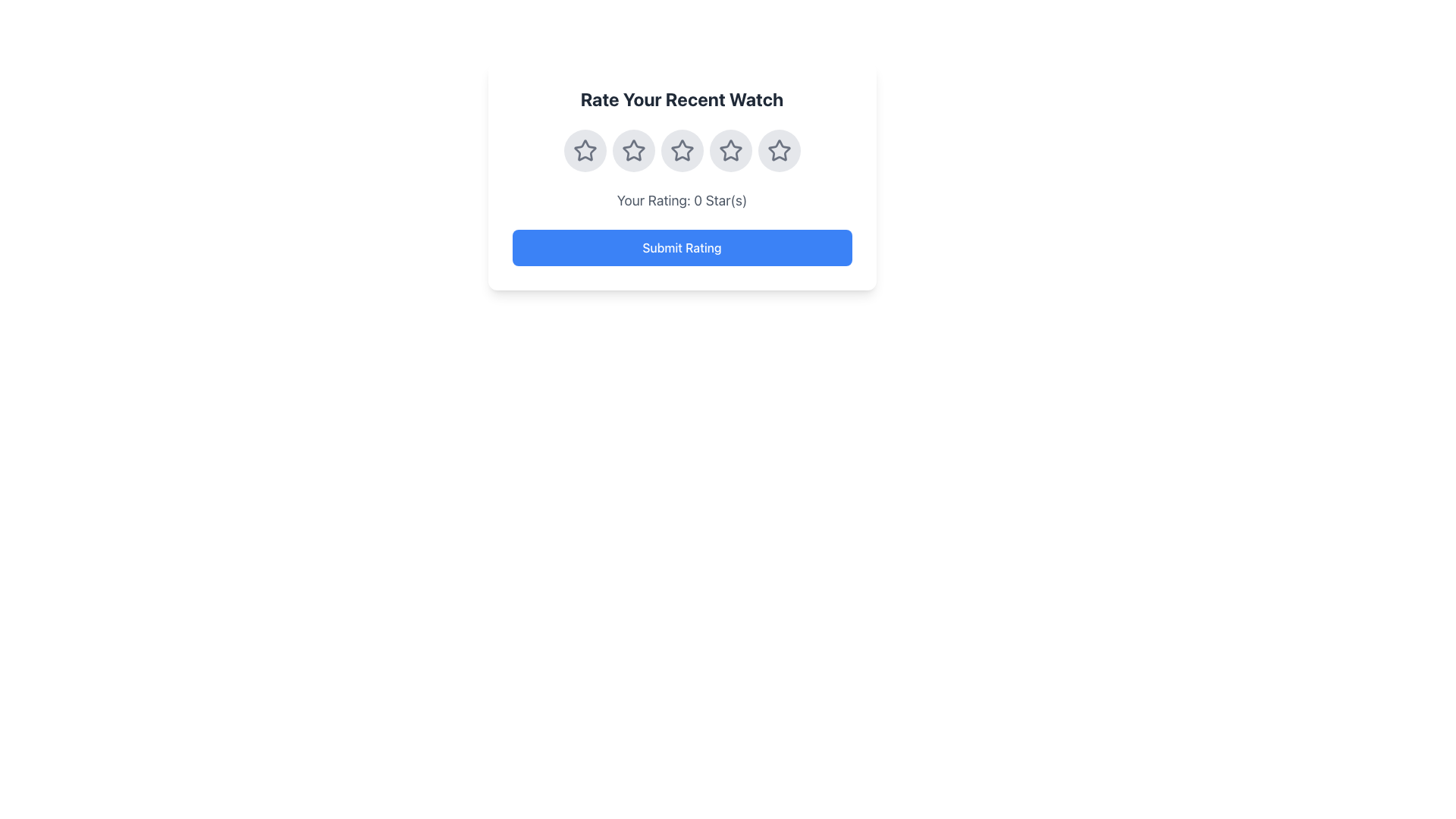  I want to click on the submission button for the rating system located below the text 'Your Rating: 0 Star(s)', so click(681, 247).